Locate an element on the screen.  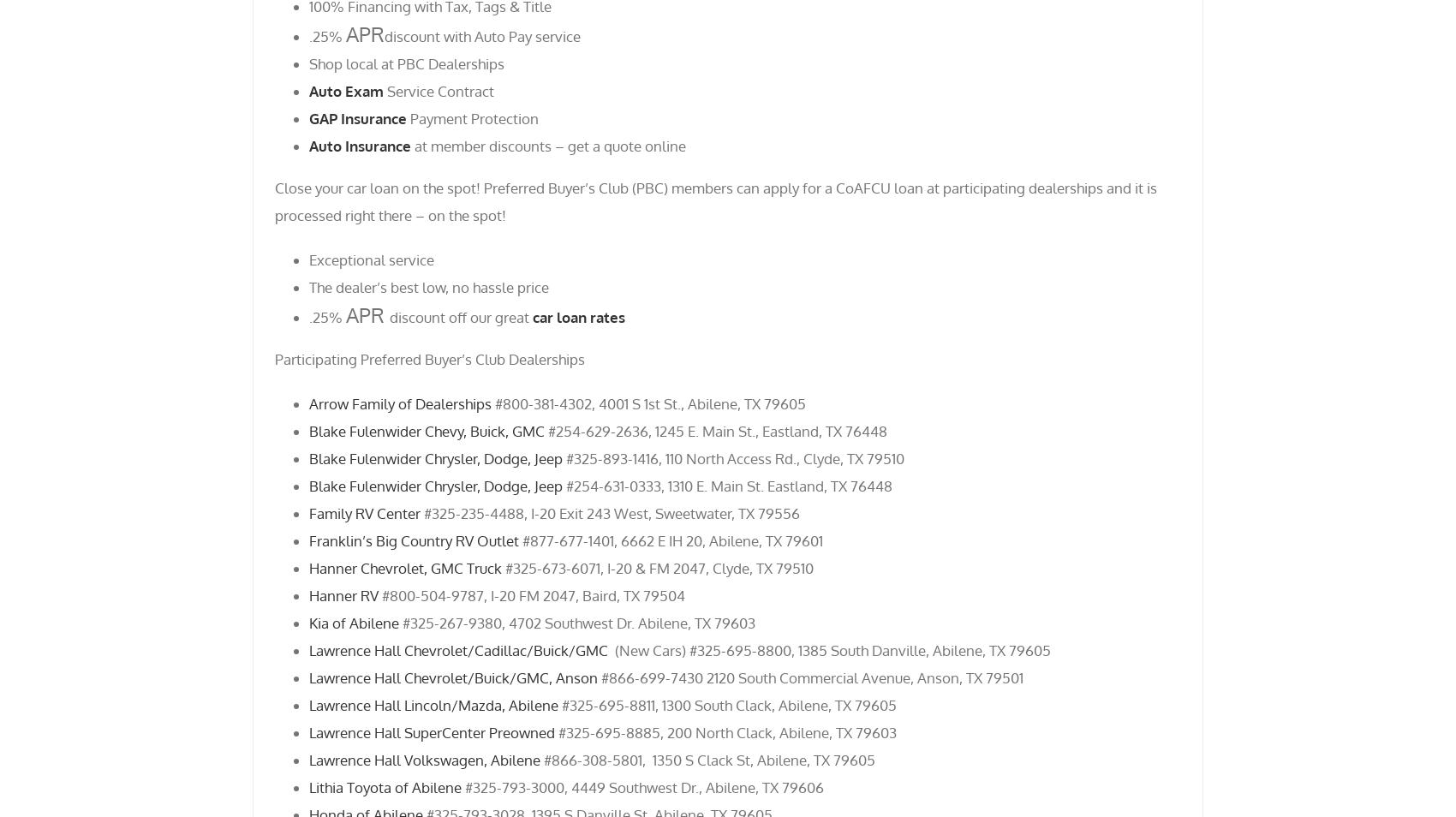
'#866-699-7430 2120 South Commercial Avenue, Anson, TX 79501' is located at coordinates (810, 677).